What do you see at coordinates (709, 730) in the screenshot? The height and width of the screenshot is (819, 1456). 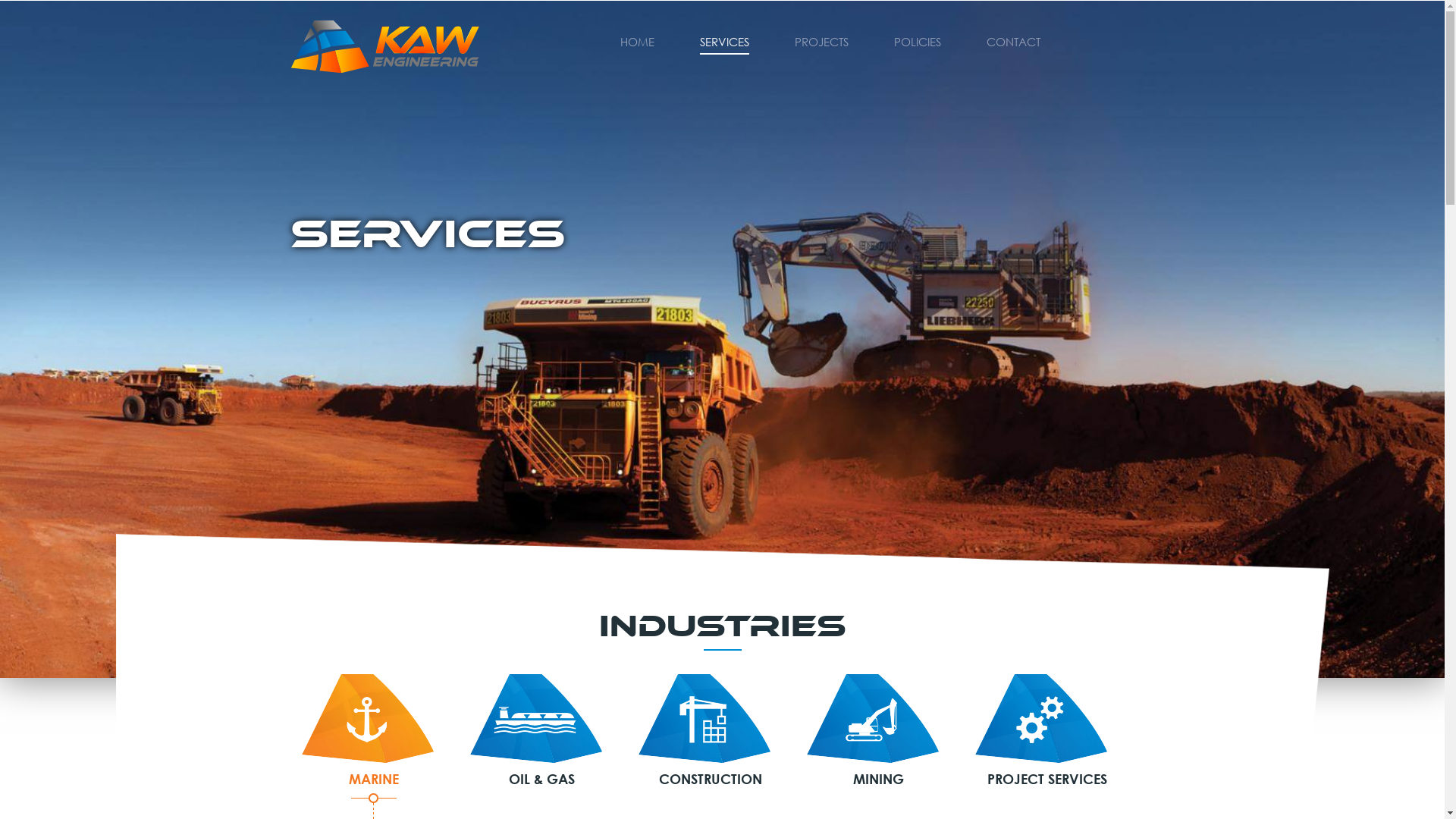 I see `'CONSTRUCTION'` at bounding box center [709, 730].